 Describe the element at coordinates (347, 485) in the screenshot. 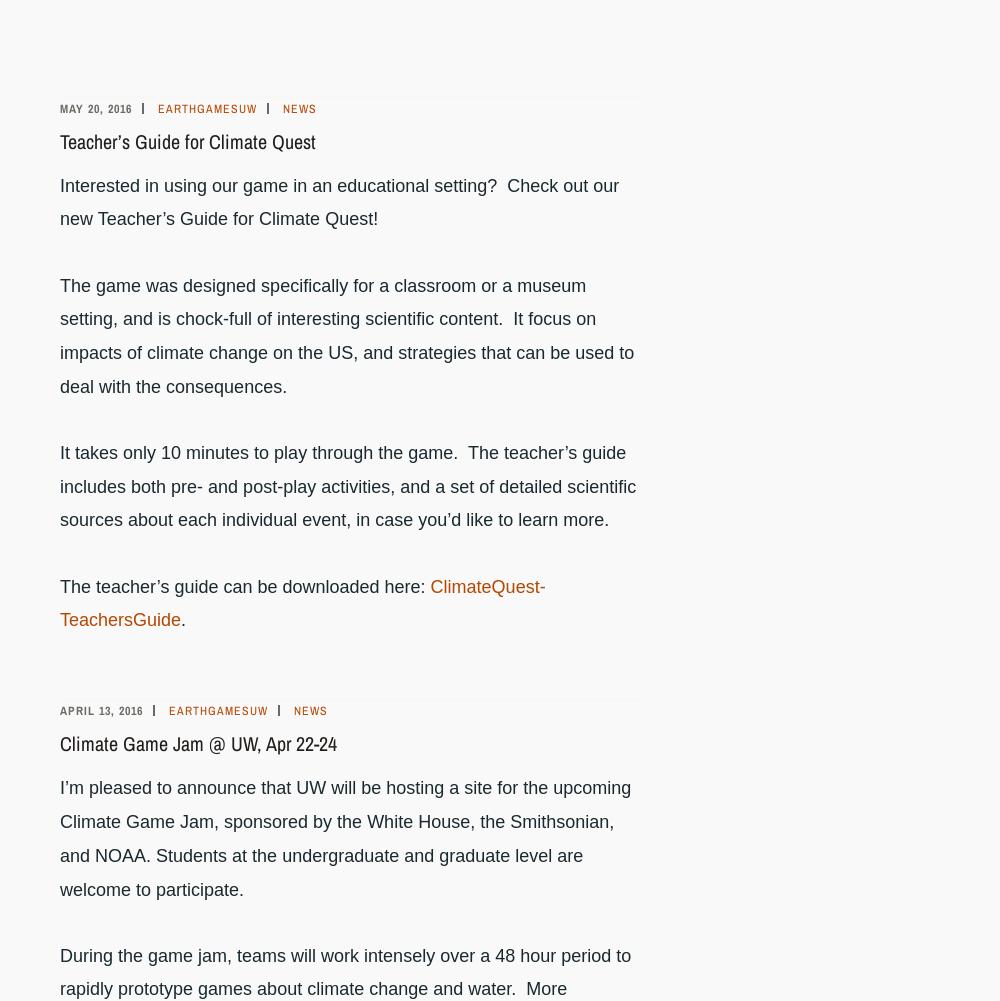

I see `'It takes only 10 minutes to play through the game.  The teacher’s guide includes both pre- and post-play activities, and a set of detailed scientific sources about each individual event, in case you’d like to learn more.'` at that location.